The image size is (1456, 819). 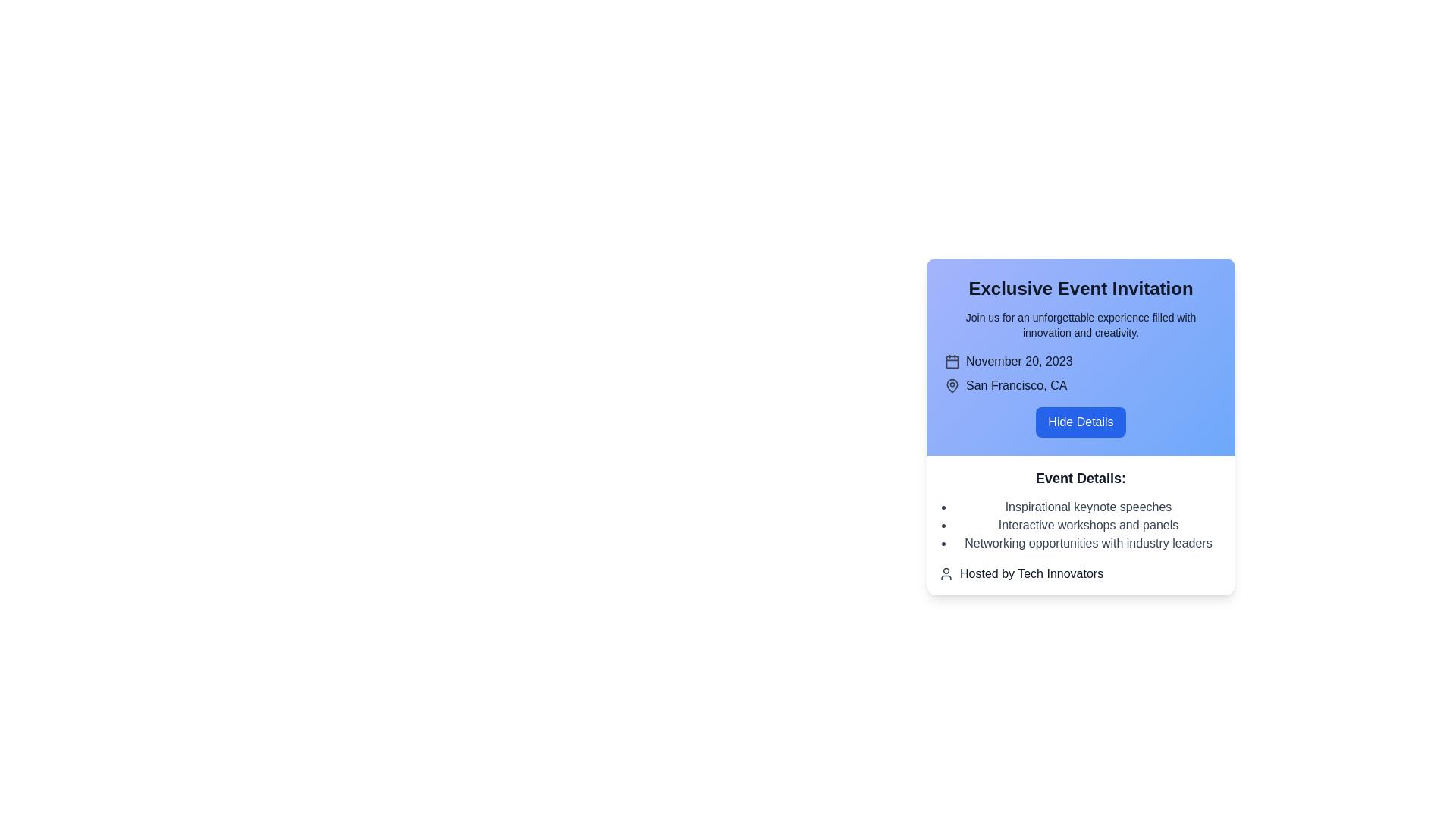 I want to click on text displayed in the list of key features or offerings for the event, which is located below the 'Event Details:' header and above the 'Hosted by Tech Innovators' text, so click(x=1087, y=525).